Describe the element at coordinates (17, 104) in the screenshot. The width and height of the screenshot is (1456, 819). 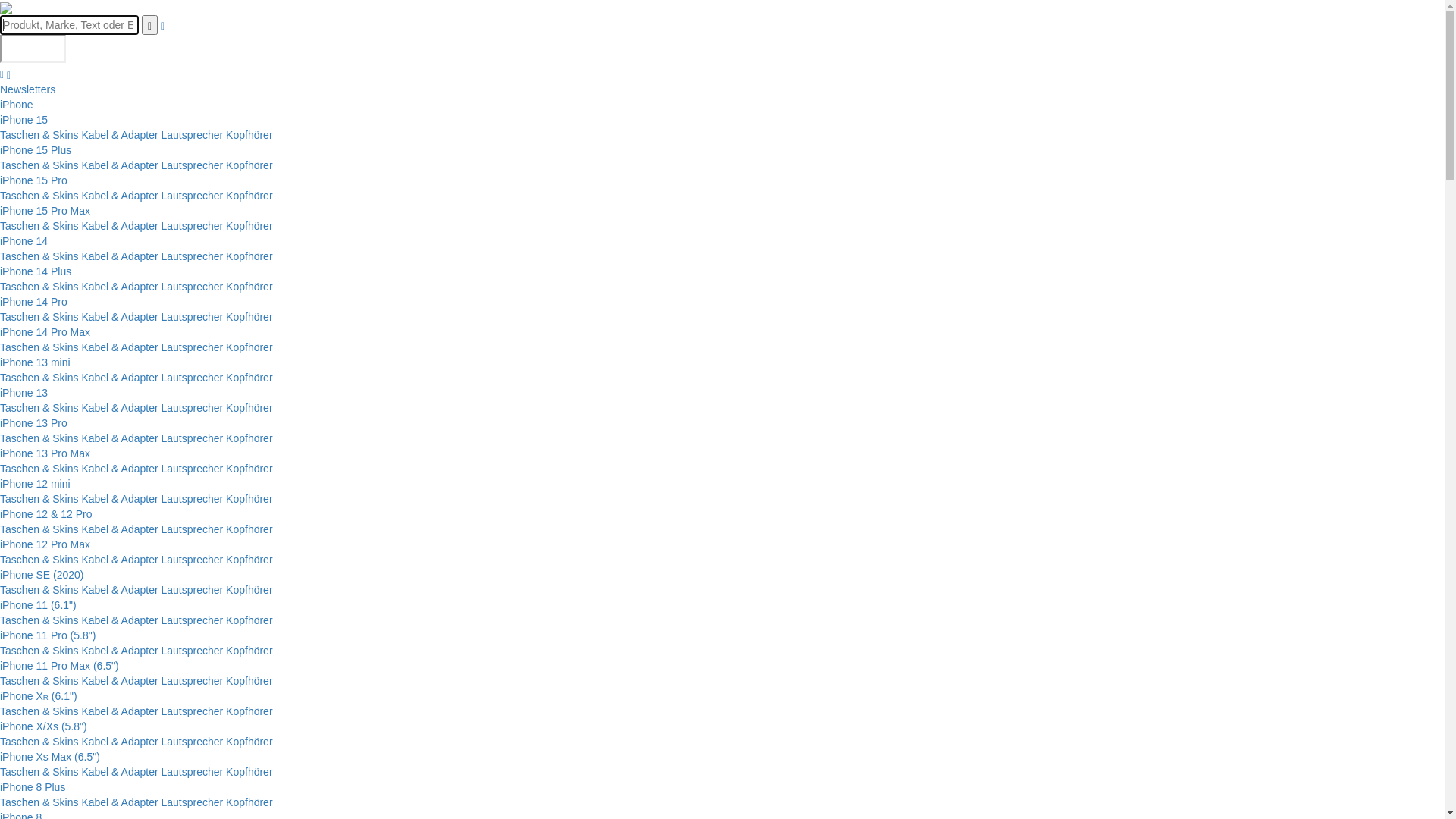
I see `'iPhone'` at that location.